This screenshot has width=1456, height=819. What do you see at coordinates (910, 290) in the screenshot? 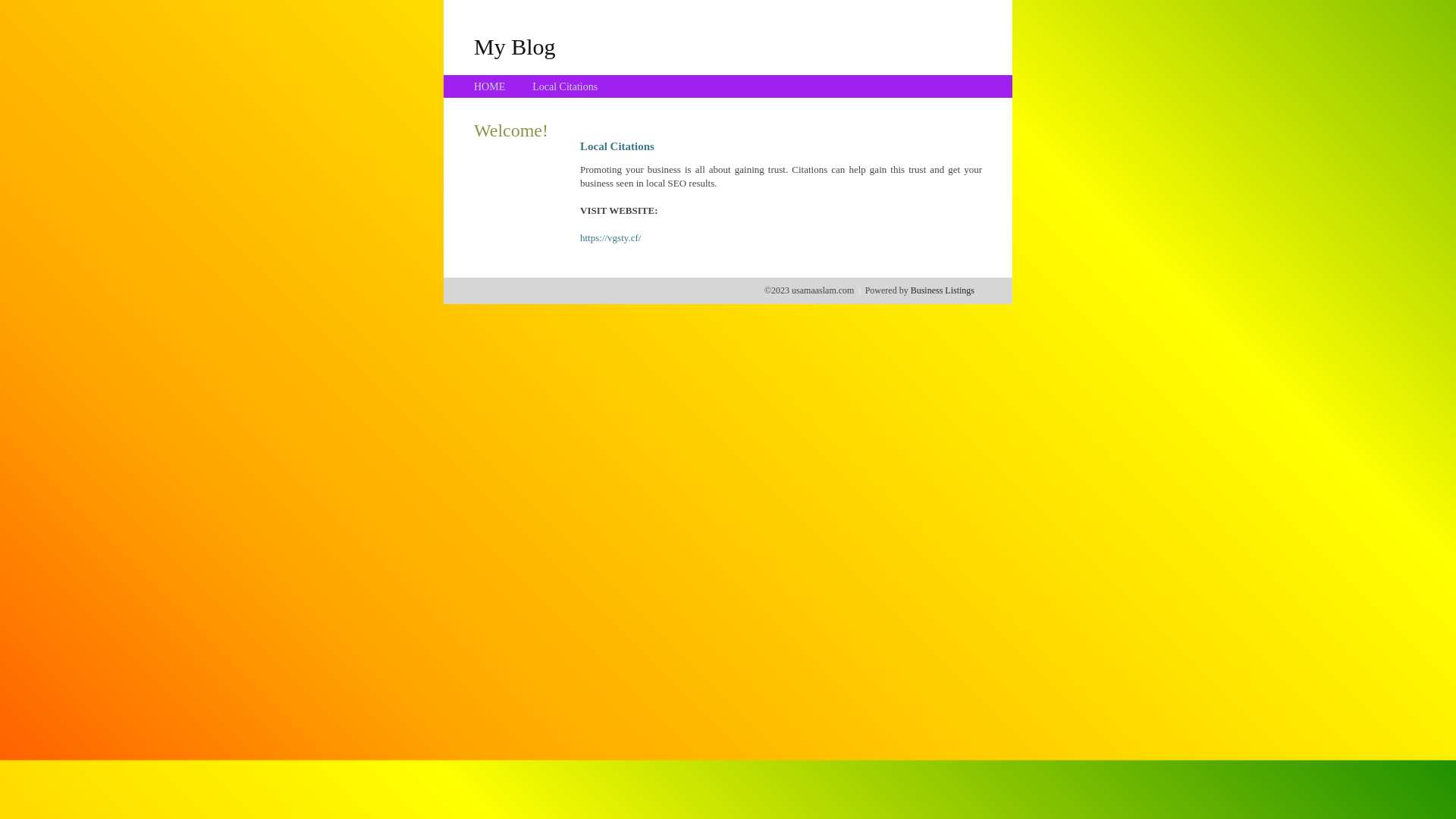
I see `'Business Listings'` at bounding box center [910, 290].